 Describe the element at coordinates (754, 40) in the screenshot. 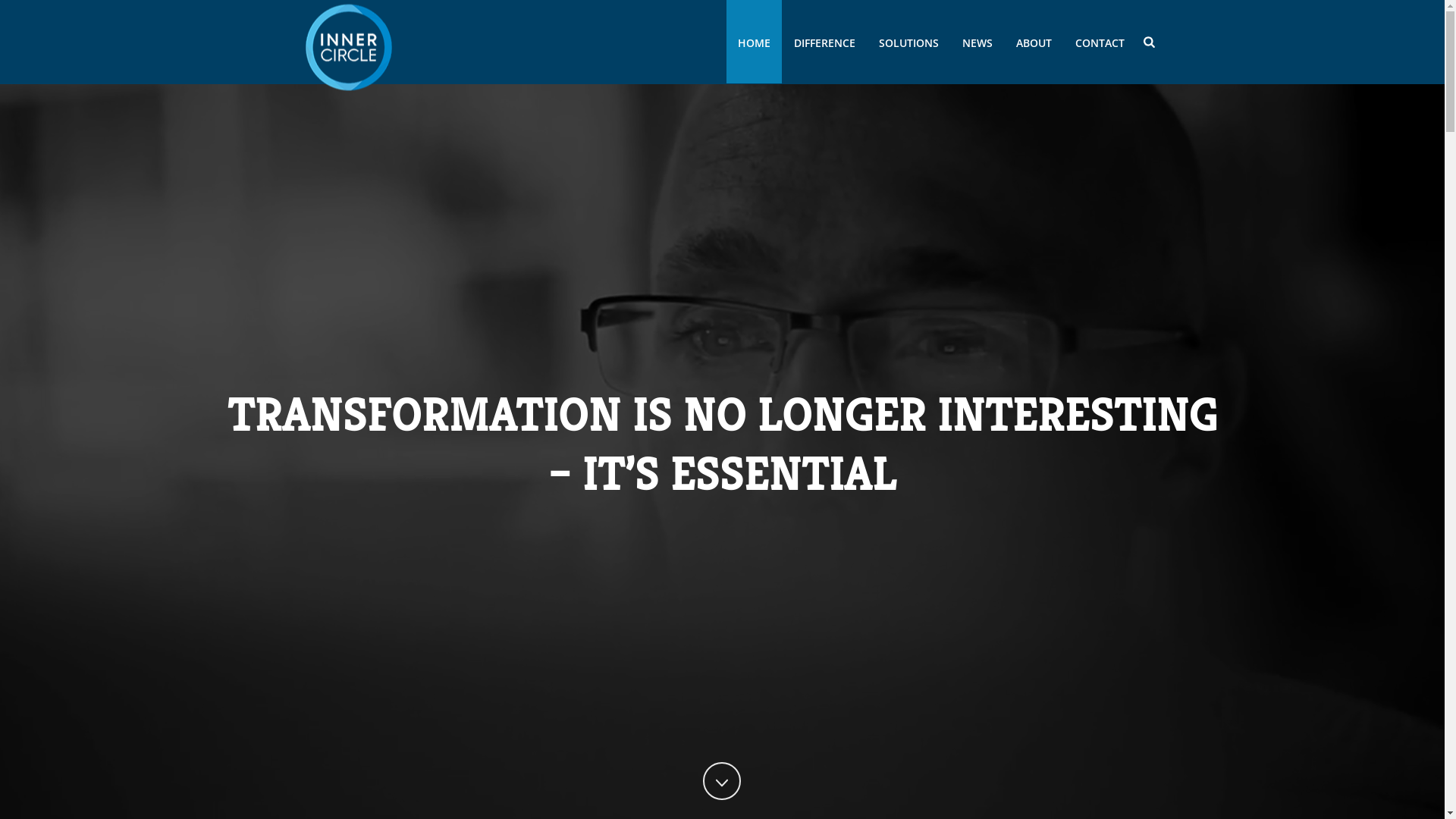

I see `'HOME'` at that location.